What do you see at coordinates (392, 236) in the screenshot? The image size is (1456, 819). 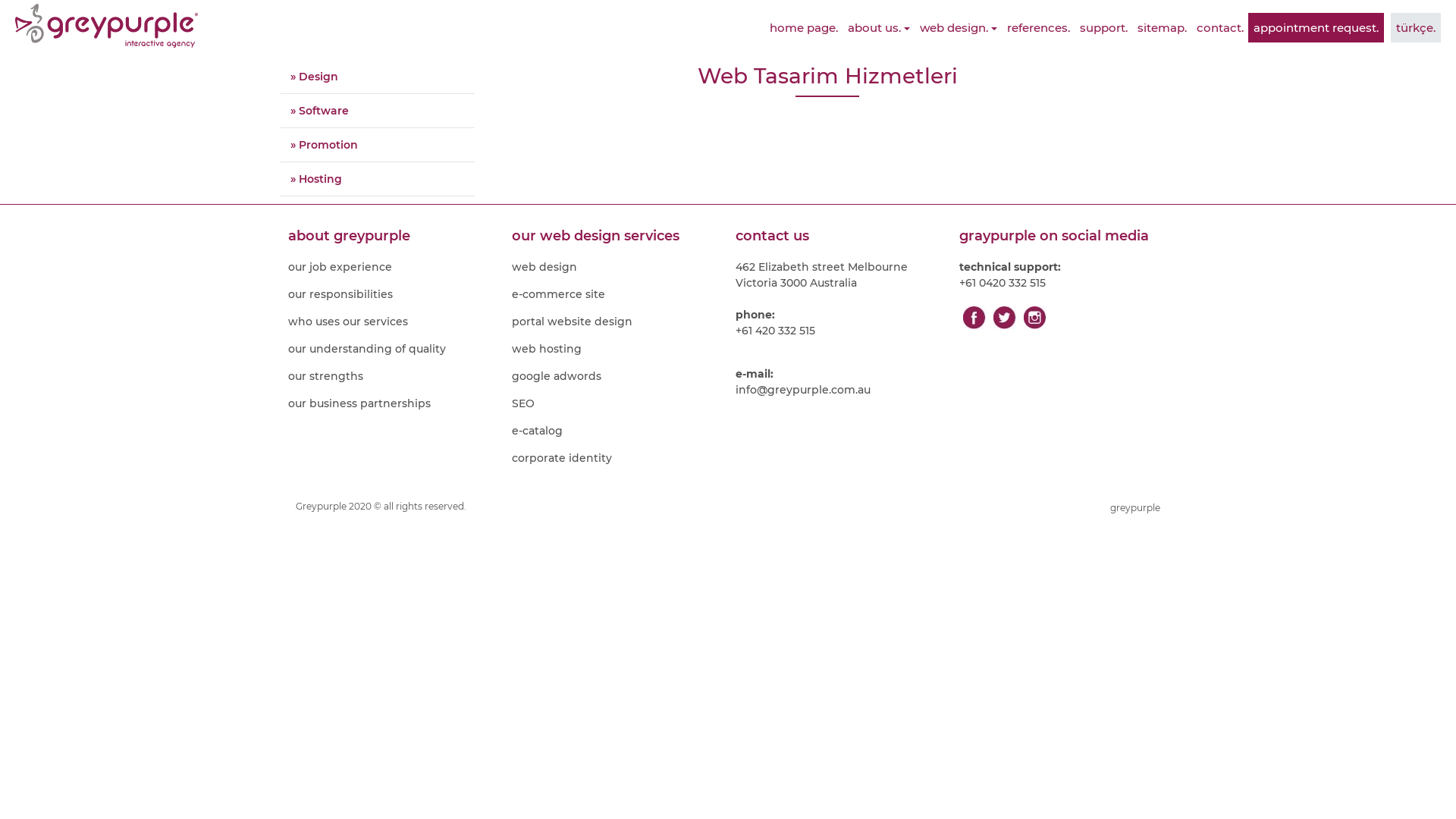 I see `'about greypurple'` at bounding box center [392, 236].